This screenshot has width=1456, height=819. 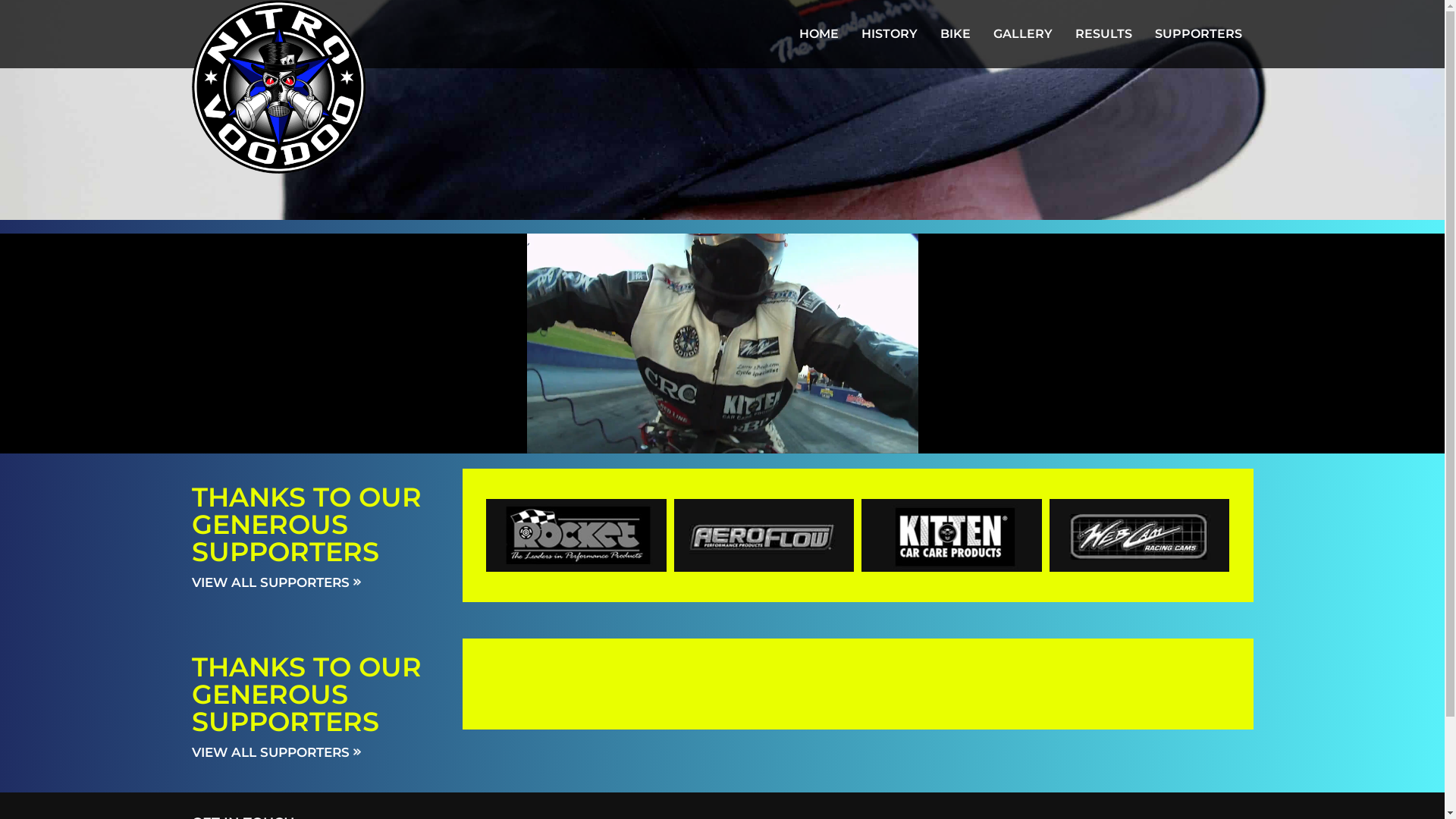 What do you see at coordinates (786, 34) in the screenshot?
I see `'HOME'` at bounding box center [786, 34].